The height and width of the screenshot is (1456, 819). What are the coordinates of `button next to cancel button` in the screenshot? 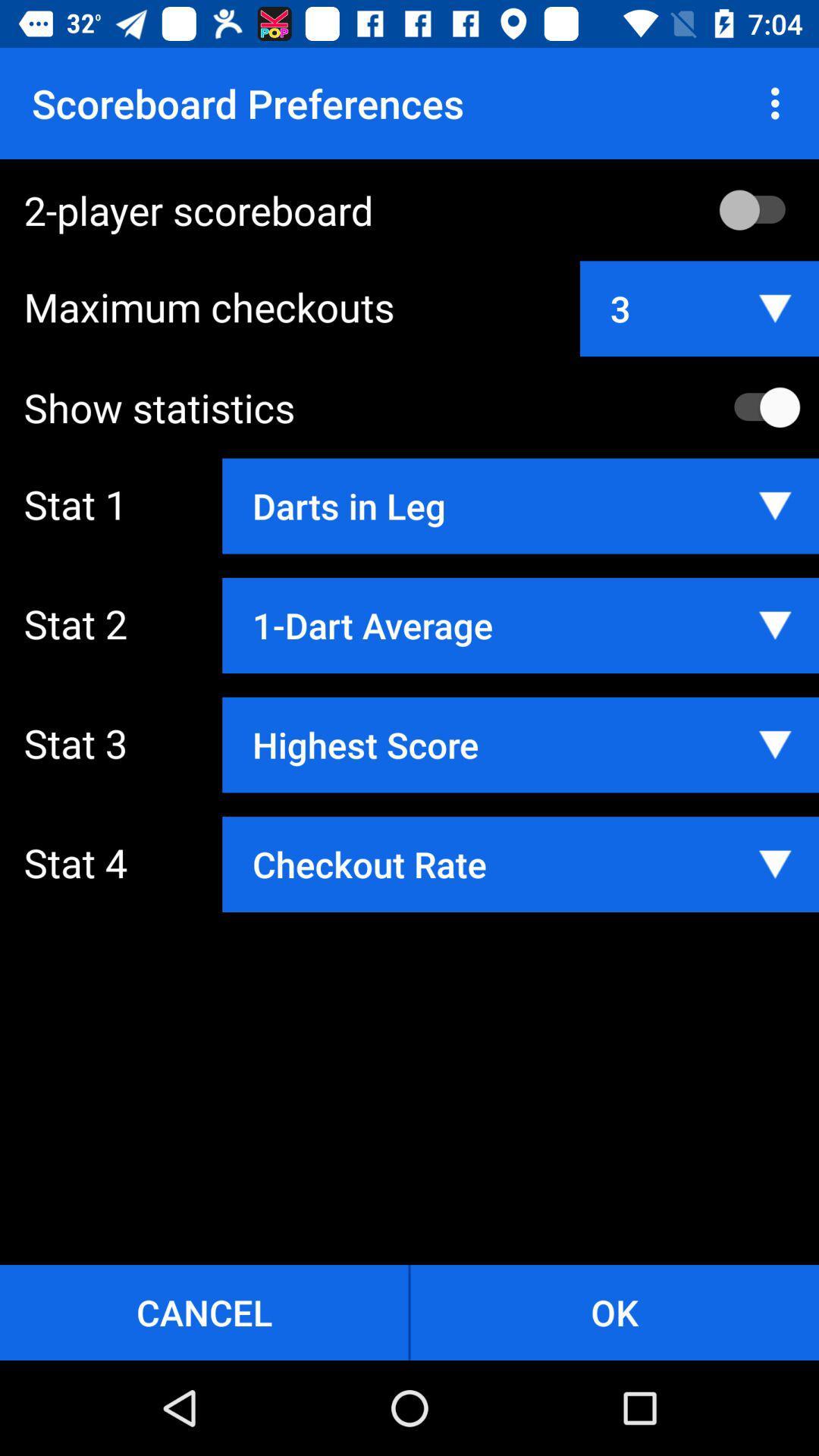 It's located at (614, 1312).